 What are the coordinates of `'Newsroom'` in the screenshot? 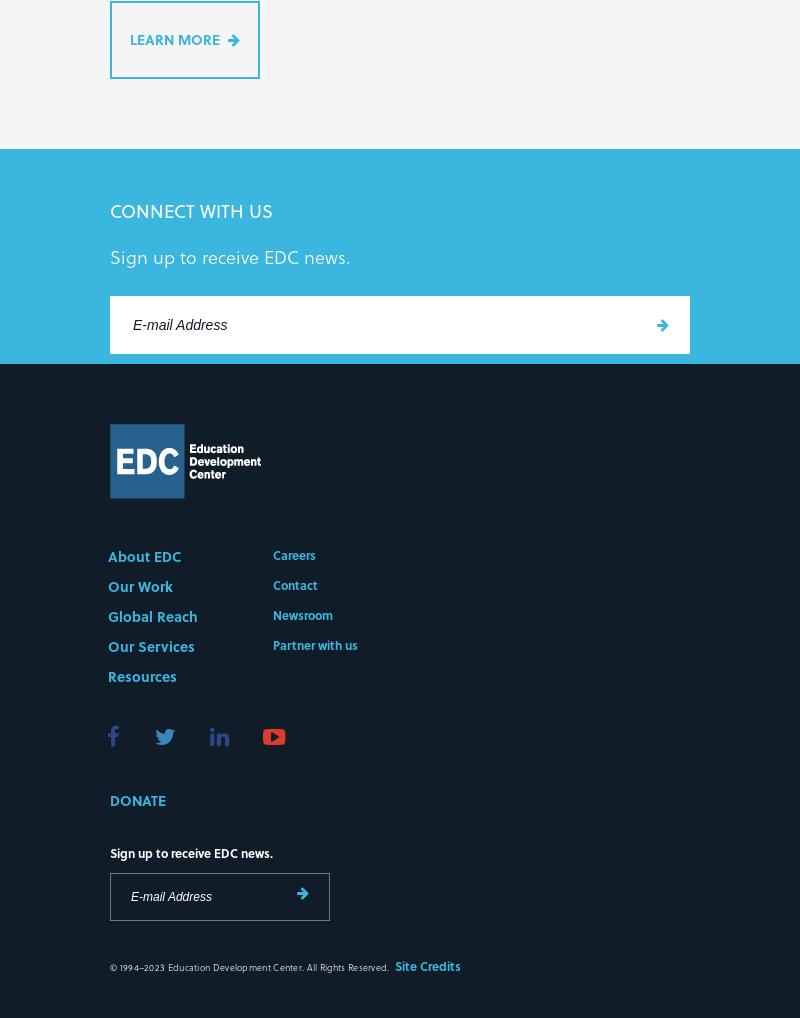 It's located at (302, 617).